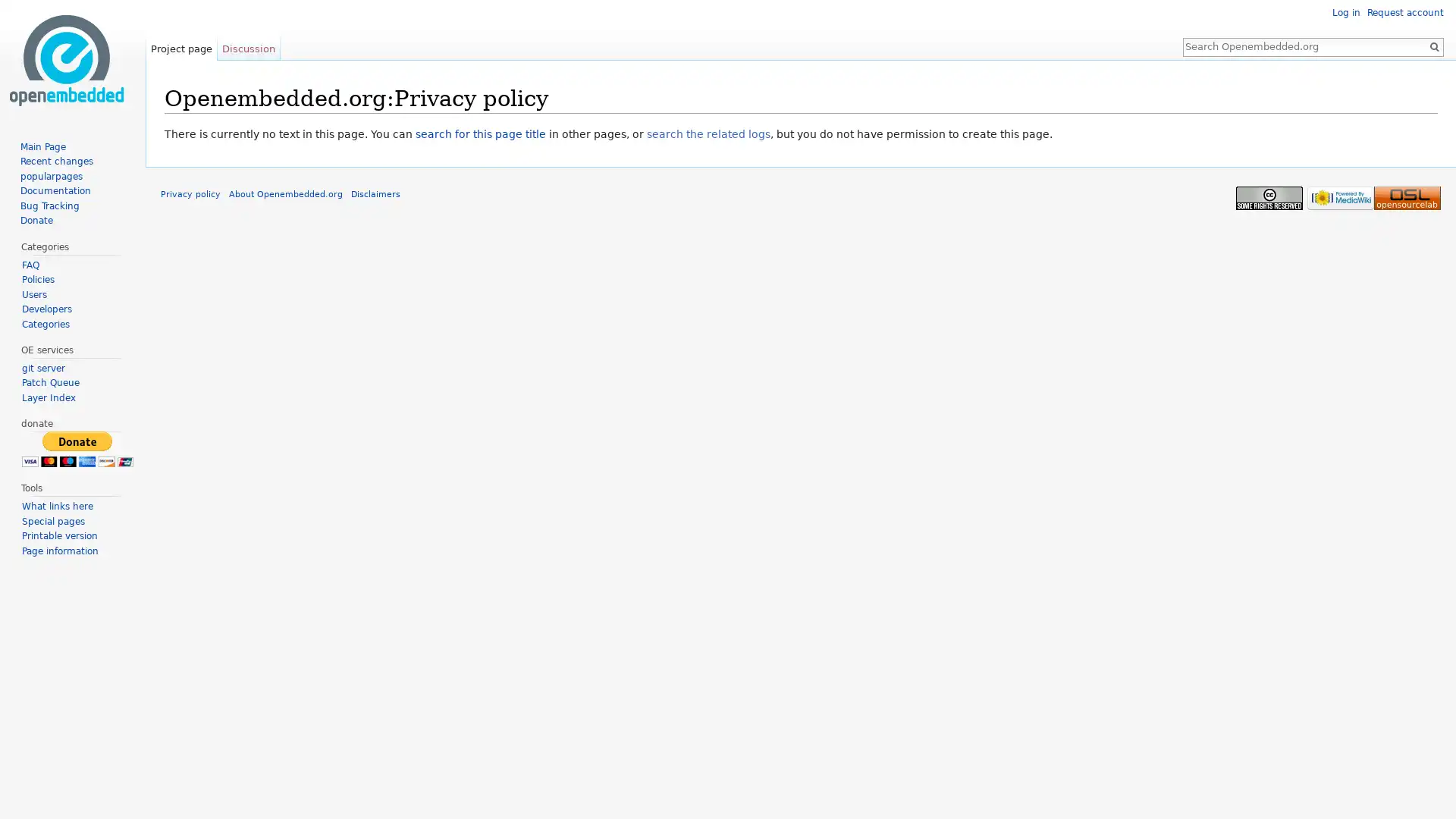 This screenshot has height=819, width=1456. What do you see at coordinates (1433, 45) in the screenshot?
I see `Go` at bounding box center [1433, 45].